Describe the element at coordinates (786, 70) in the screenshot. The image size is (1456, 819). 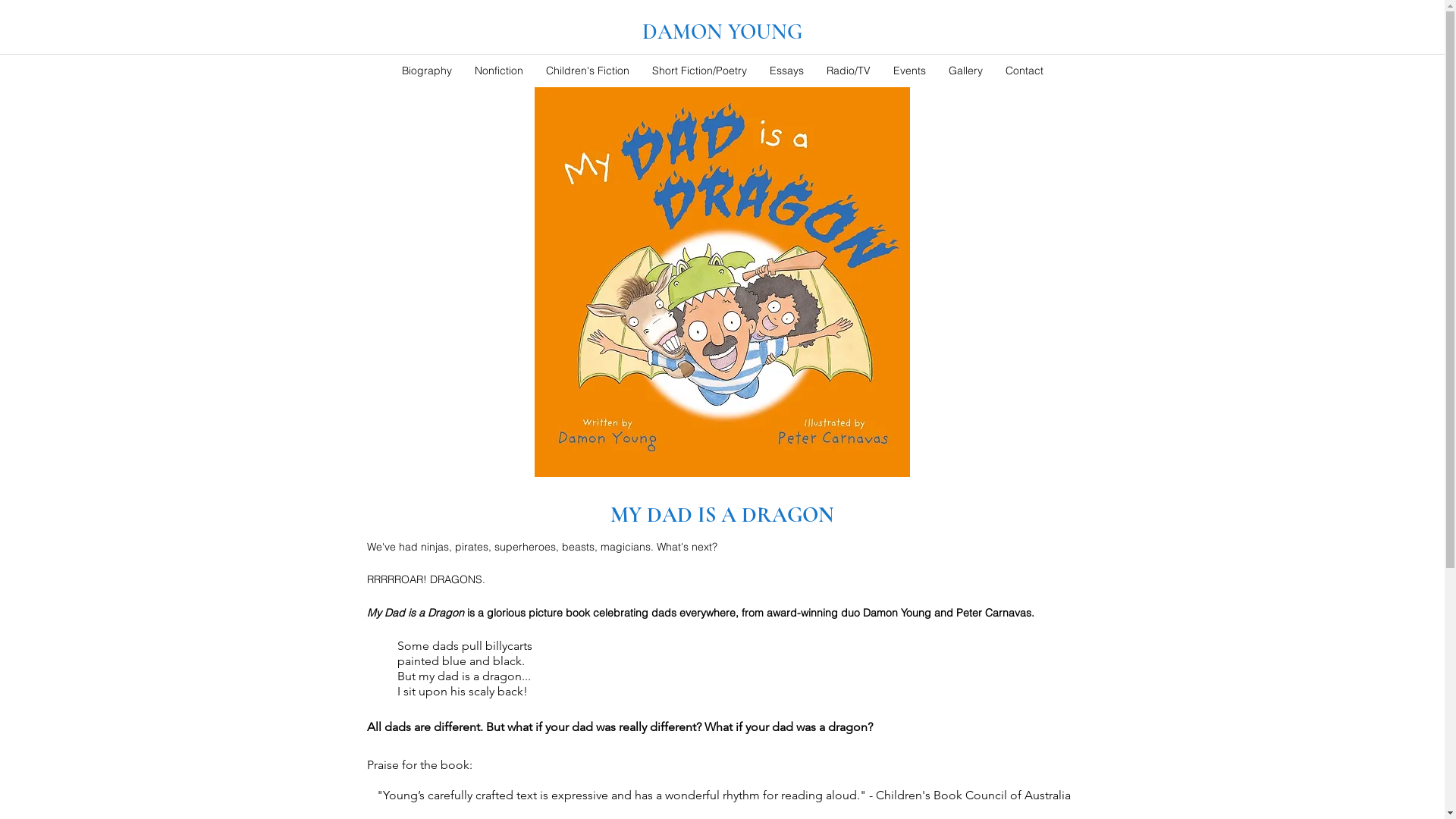
I see `'Essays'` at that location.